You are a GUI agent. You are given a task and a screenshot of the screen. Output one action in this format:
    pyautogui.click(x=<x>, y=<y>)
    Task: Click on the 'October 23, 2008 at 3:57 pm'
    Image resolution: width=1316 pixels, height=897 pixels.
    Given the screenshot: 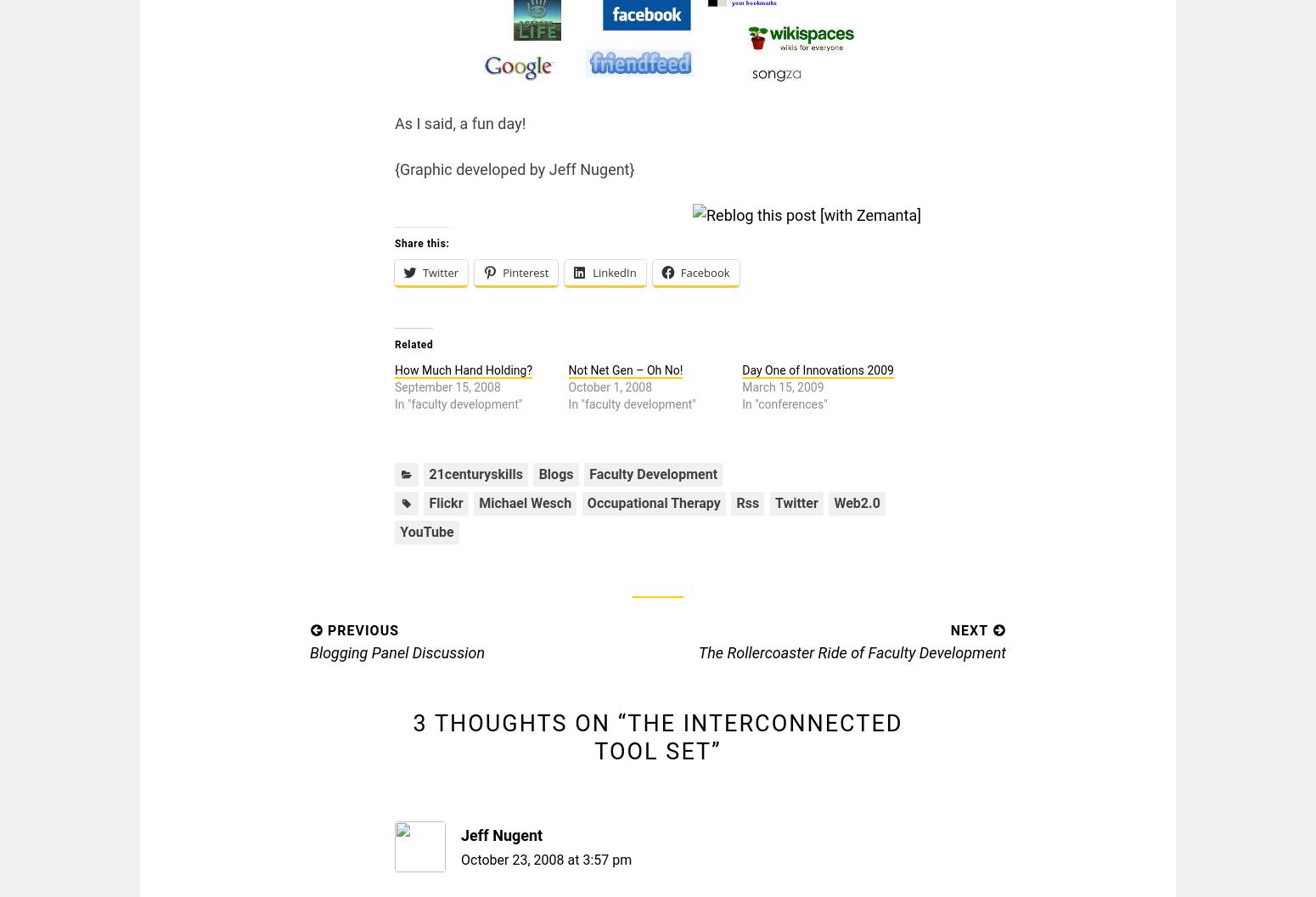 What is the action you would take?
    pyautogui.click(x=545, y=859)
    